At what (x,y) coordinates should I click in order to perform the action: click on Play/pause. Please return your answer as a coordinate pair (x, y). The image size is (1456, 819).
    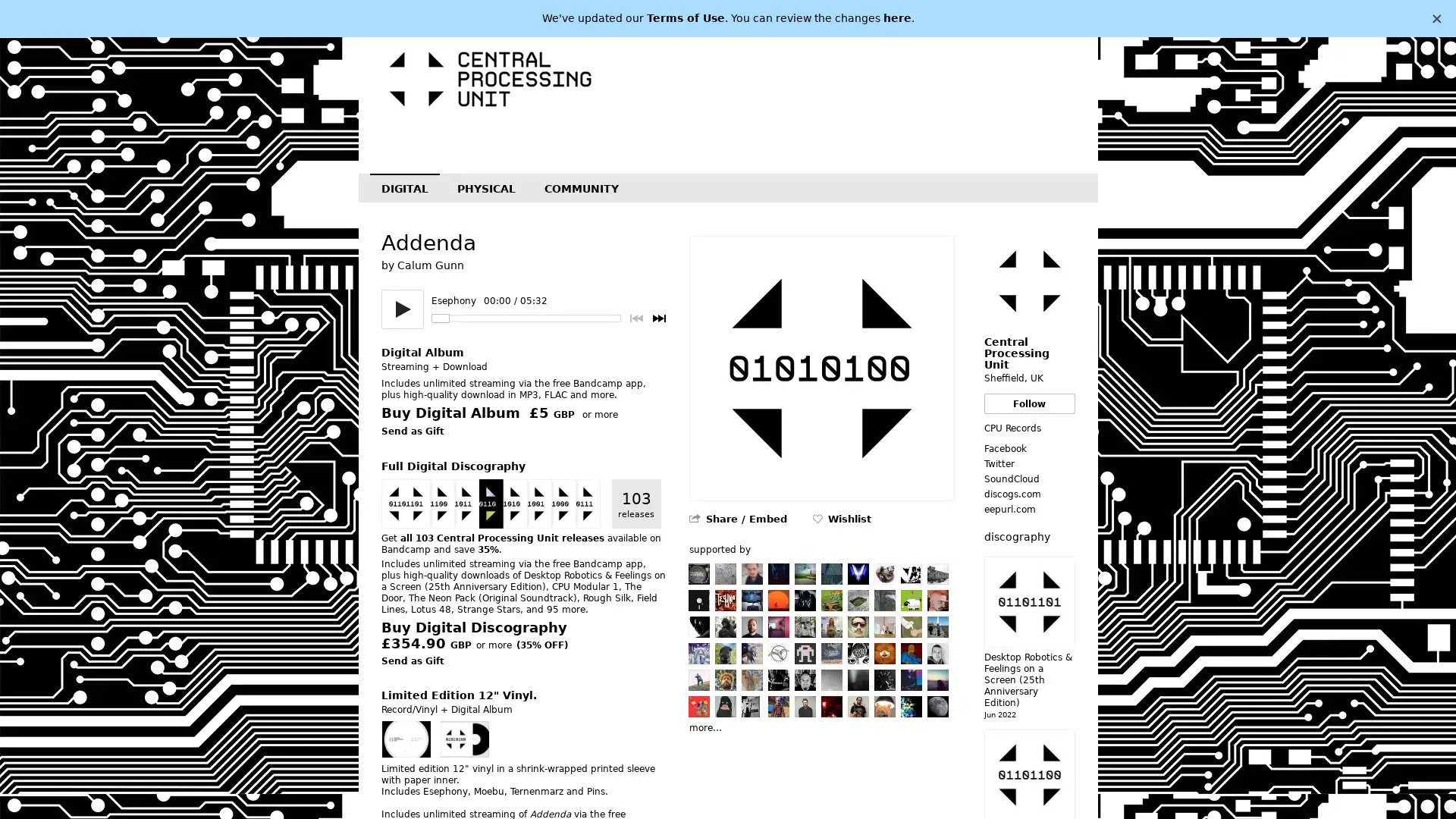
    Looking at the image, I should click on (401, 309).